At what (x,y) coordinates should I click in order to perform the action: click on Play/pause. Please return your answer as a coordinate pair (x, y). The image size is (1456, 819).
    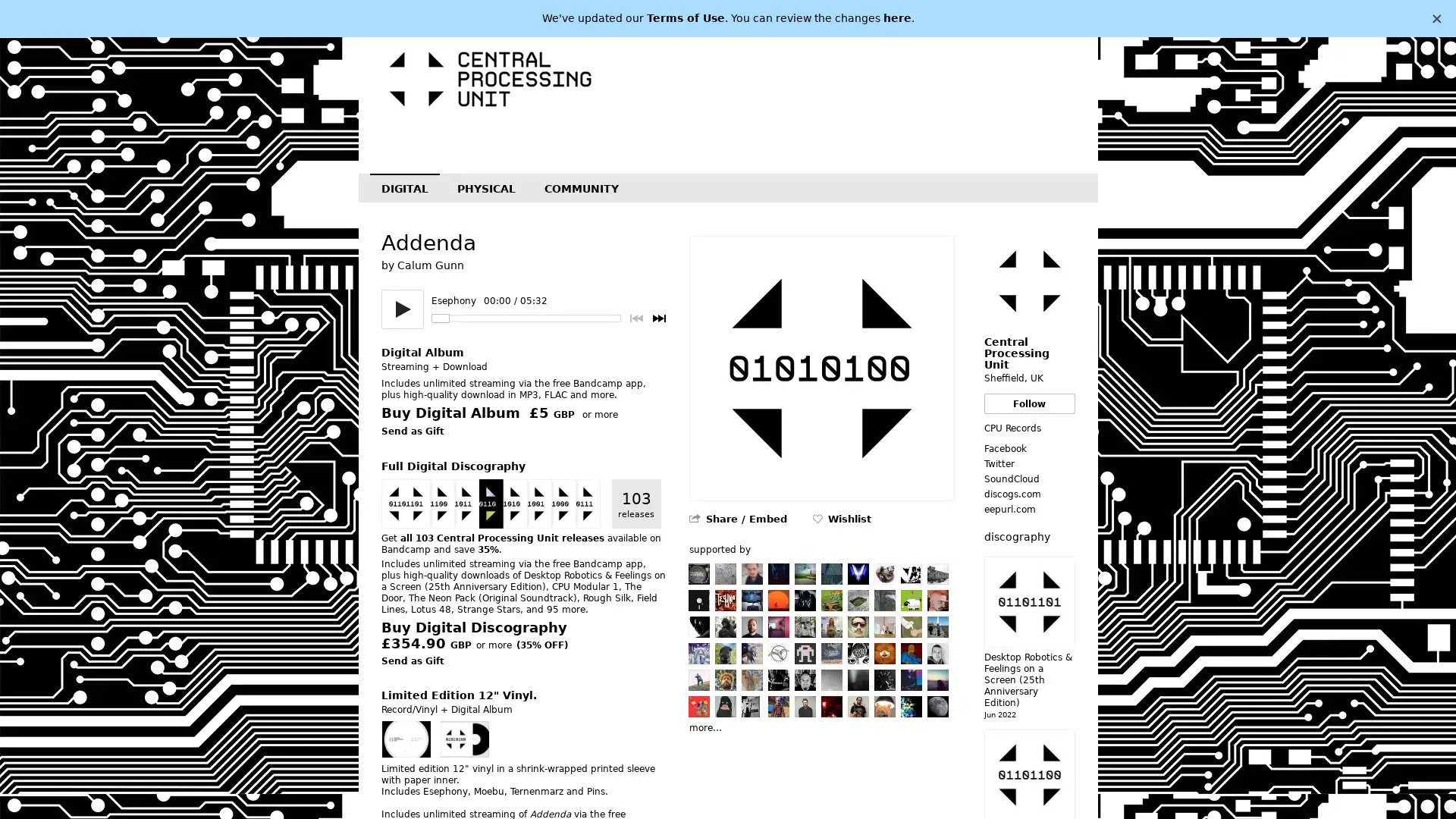
    Looking at the image, I should click on (401, 309).